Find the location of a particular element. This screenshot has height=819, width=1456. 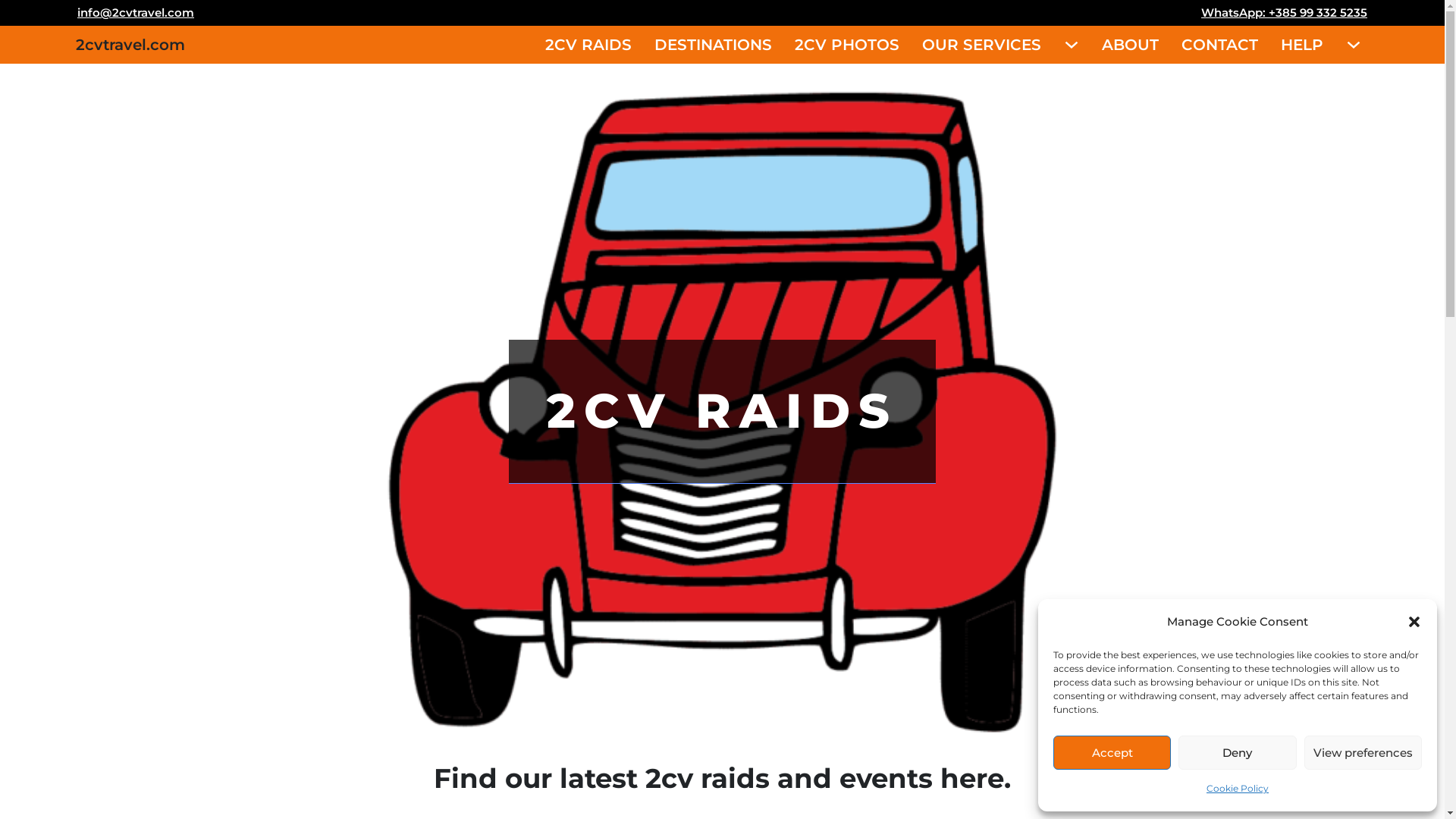

'DESTINATIONS' is located at coordinates (712, 43).